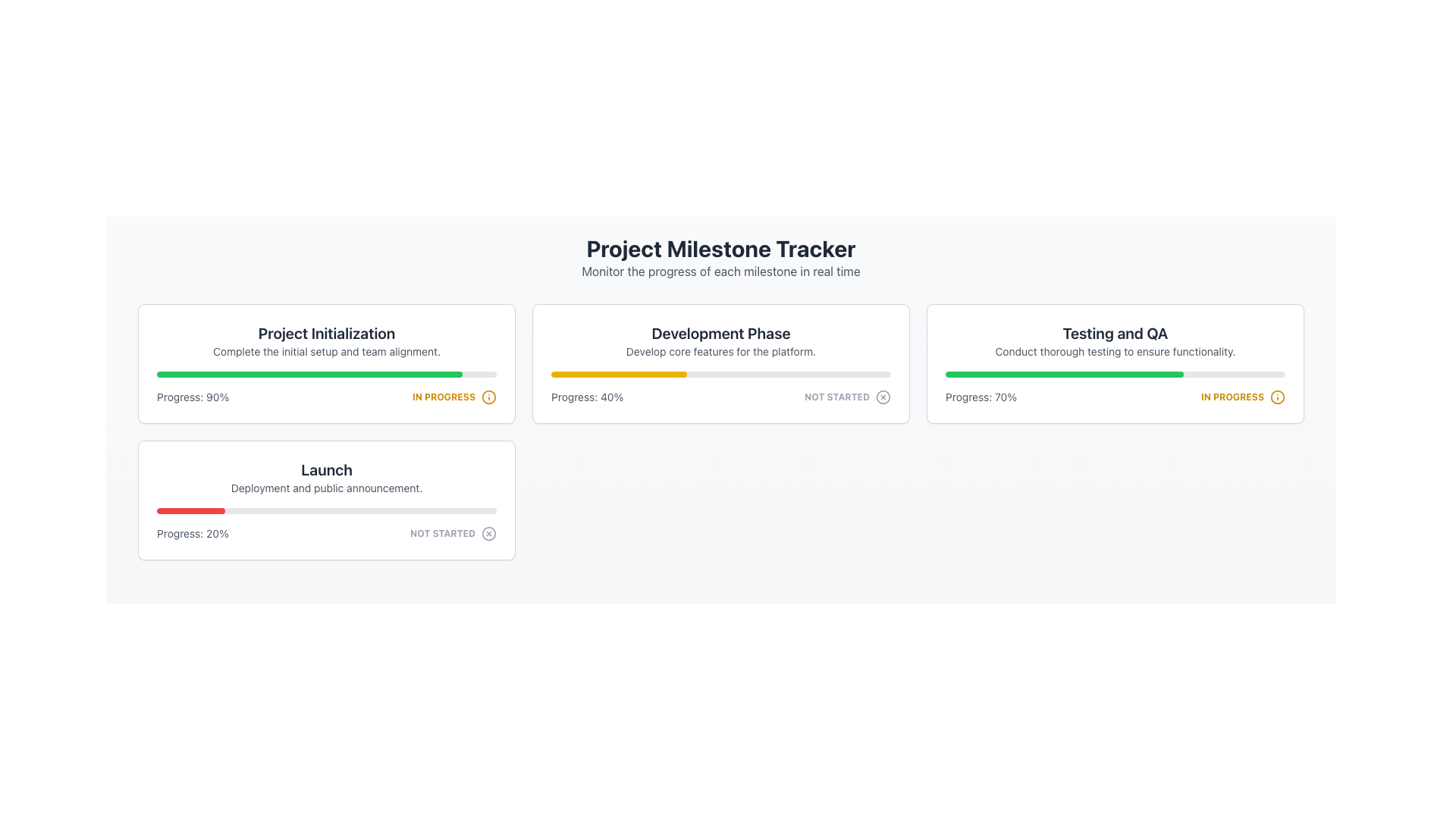 The image size is (1456, 819). What do you see at coordinates (326, 488) in the screenshot?
I see `informative text label located below the 'Launch' header in the 'Launch' milestone section` at bounding box center [326, 488].